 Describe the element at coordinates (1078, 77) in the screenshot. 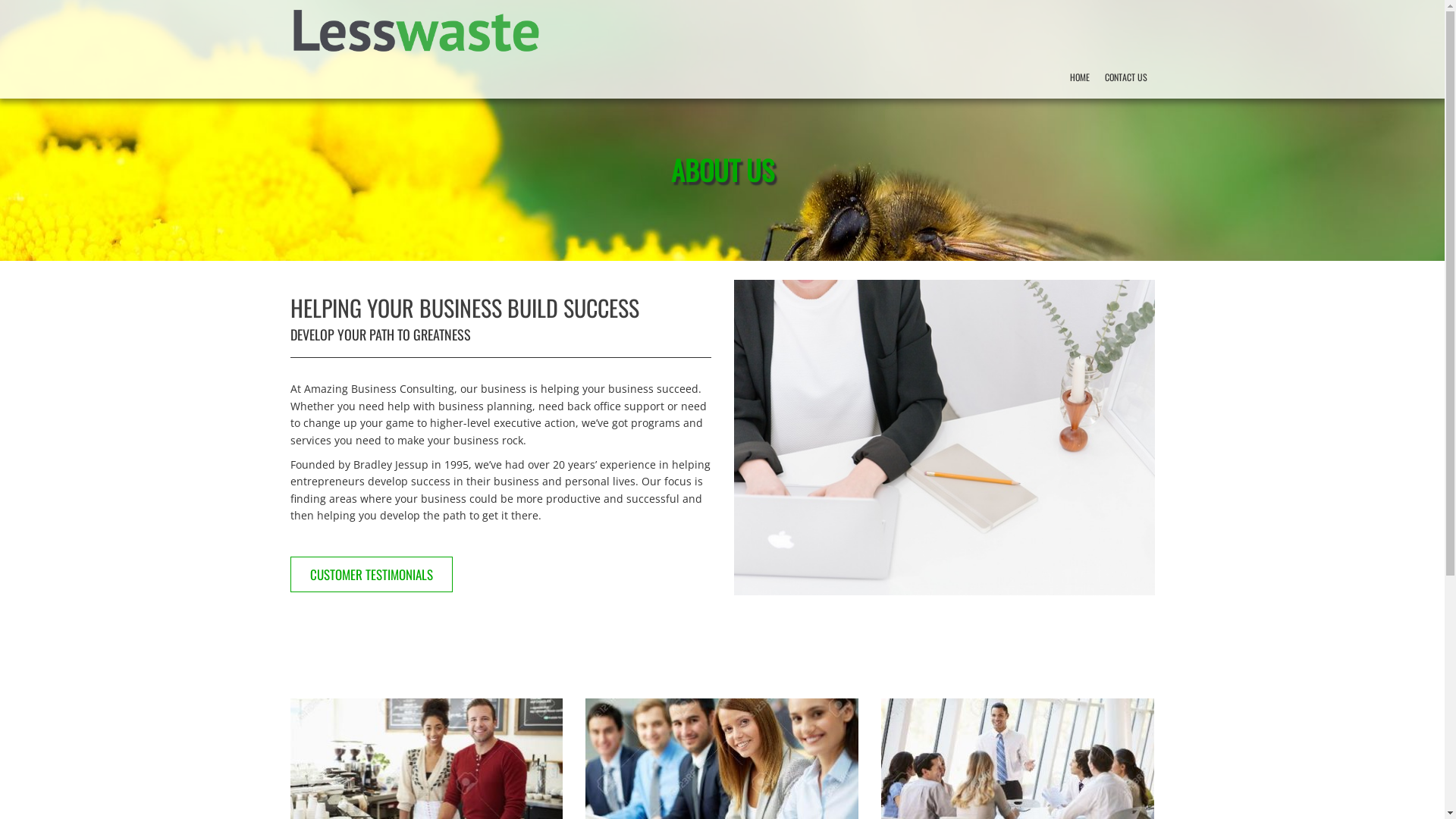

I see `'HOME'` at that location.